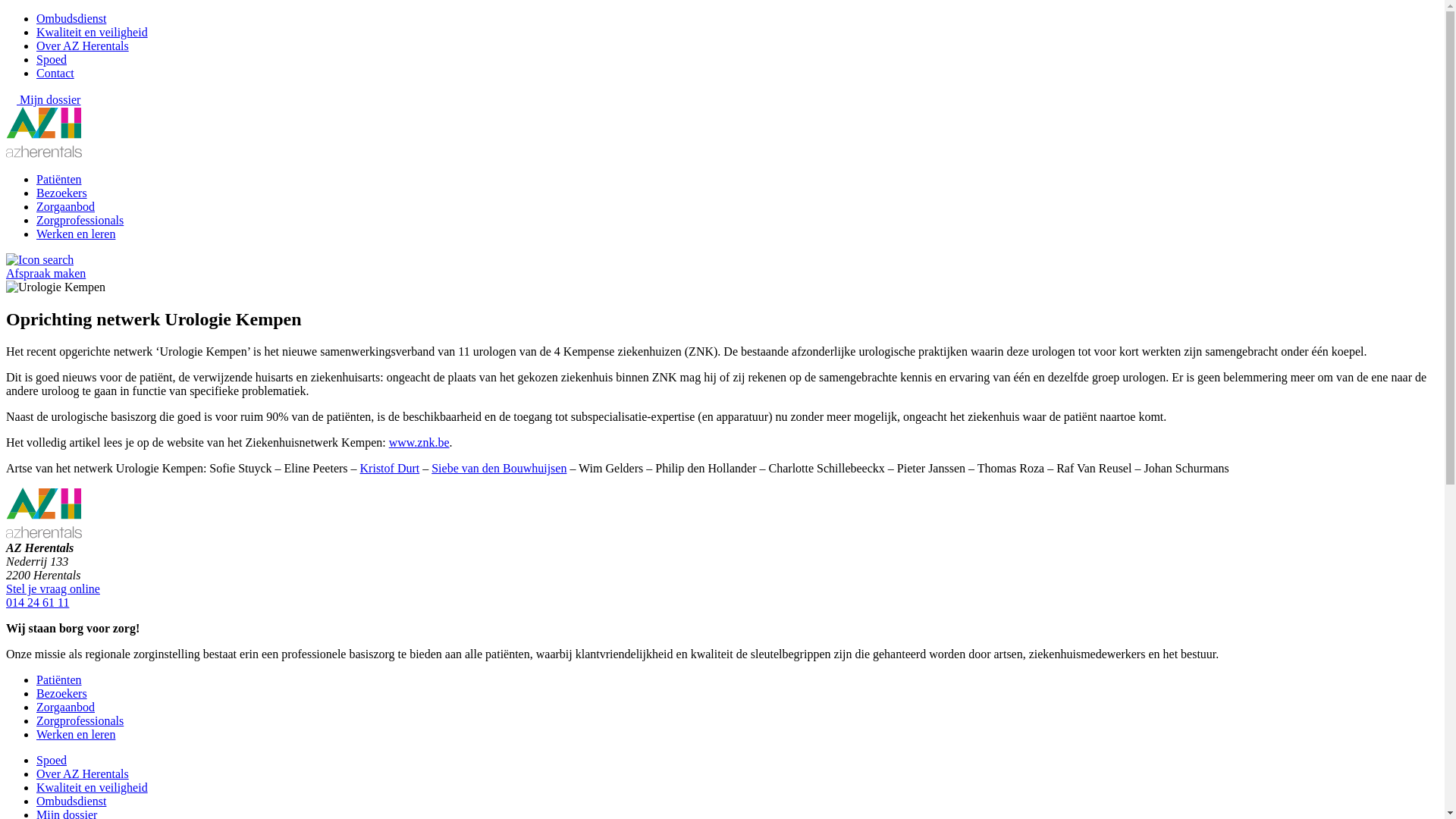 This screenshot has height=819, width=1456. I want to click on 'Zorgprofessionals', so click(36, 220).